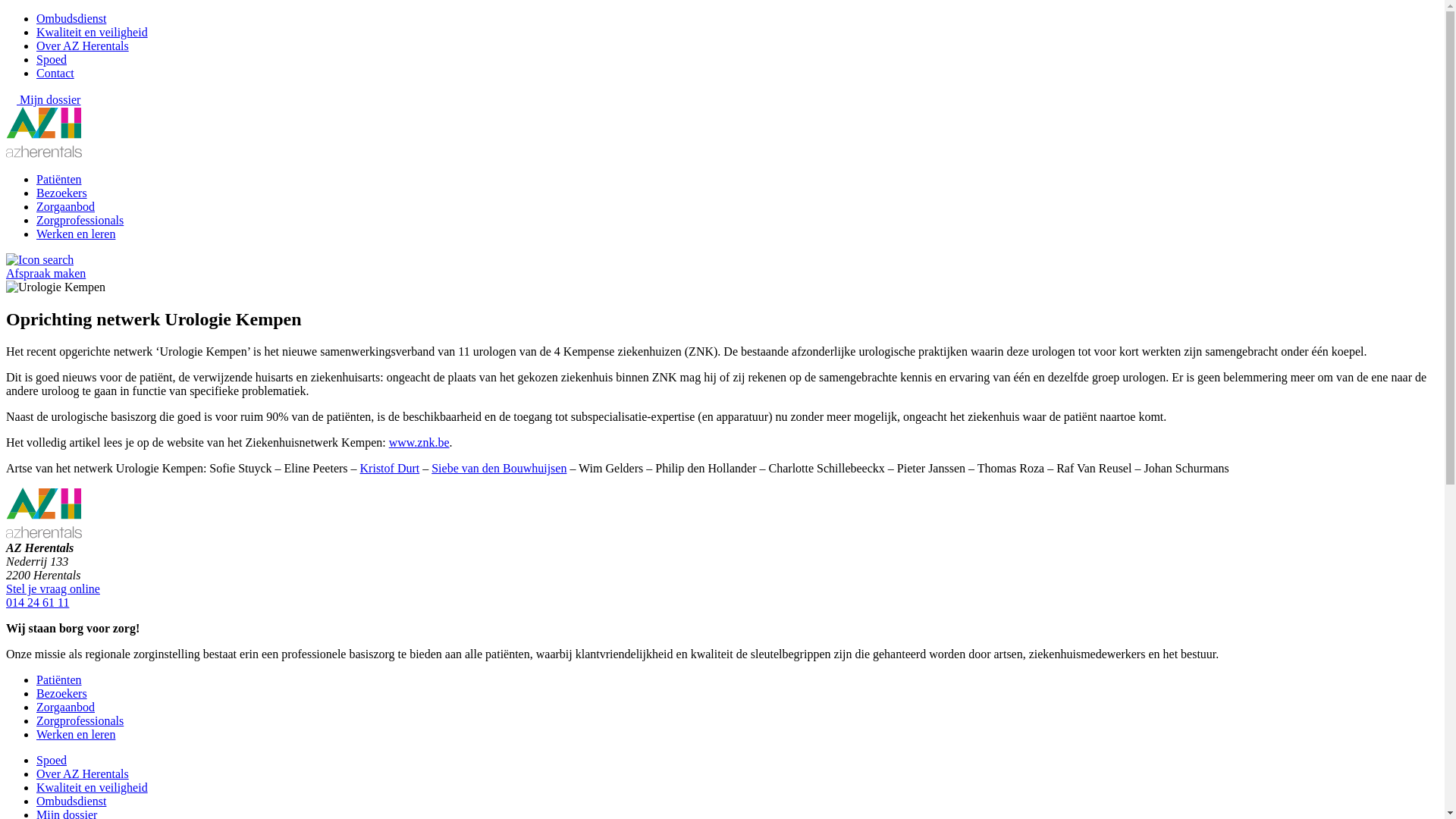 This screenshot has height=819, width=1456. I want to click on 'Zorgprofessionals', so click(36, 220).